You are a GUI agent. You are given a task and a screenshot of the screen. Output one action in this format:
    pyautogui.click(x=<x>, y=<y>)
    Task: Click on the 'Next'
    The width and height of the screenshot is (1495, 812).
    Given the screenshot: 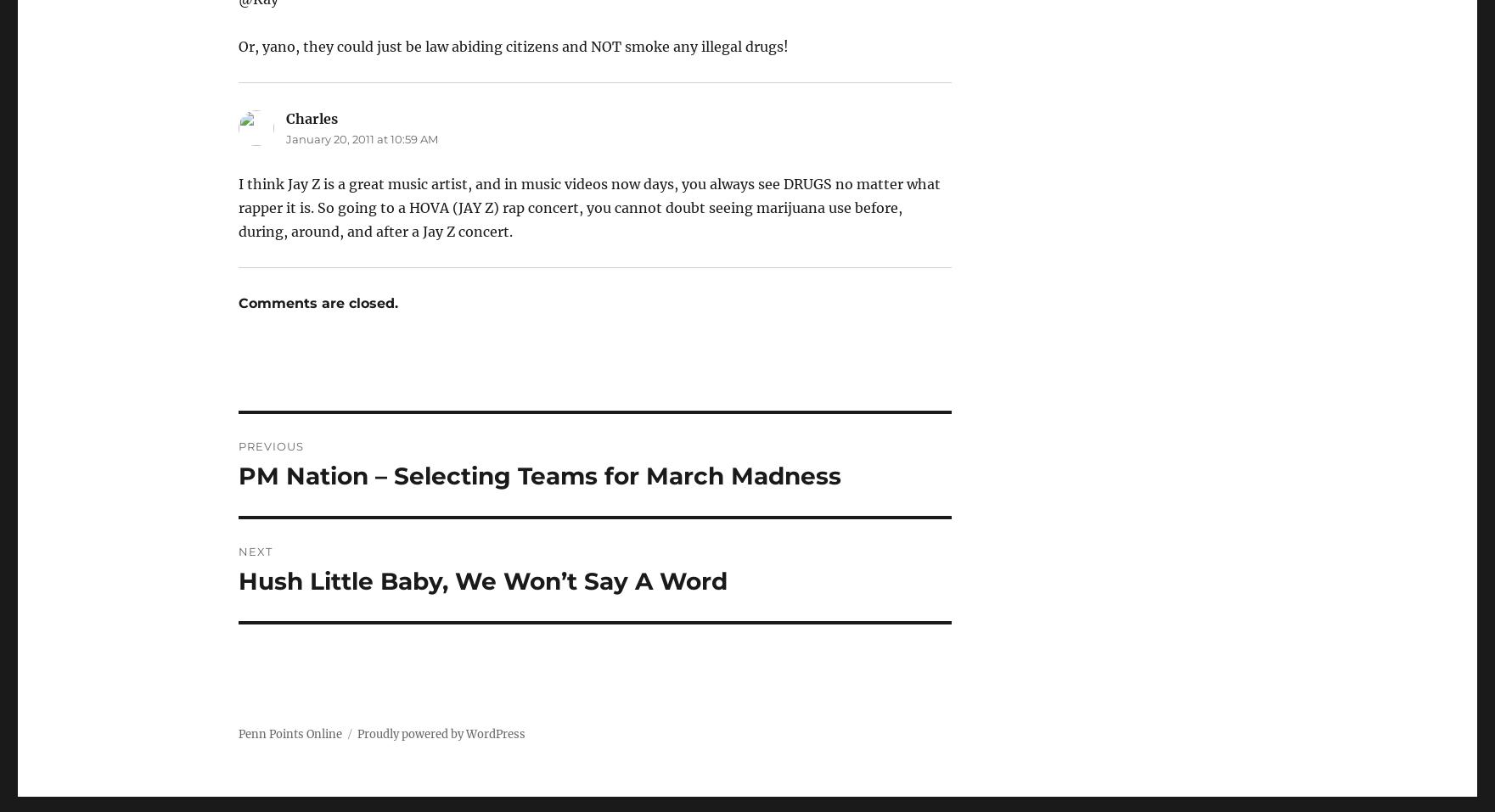 What is the action you would take?
    pyautogui.click(x=254, y=550)
    